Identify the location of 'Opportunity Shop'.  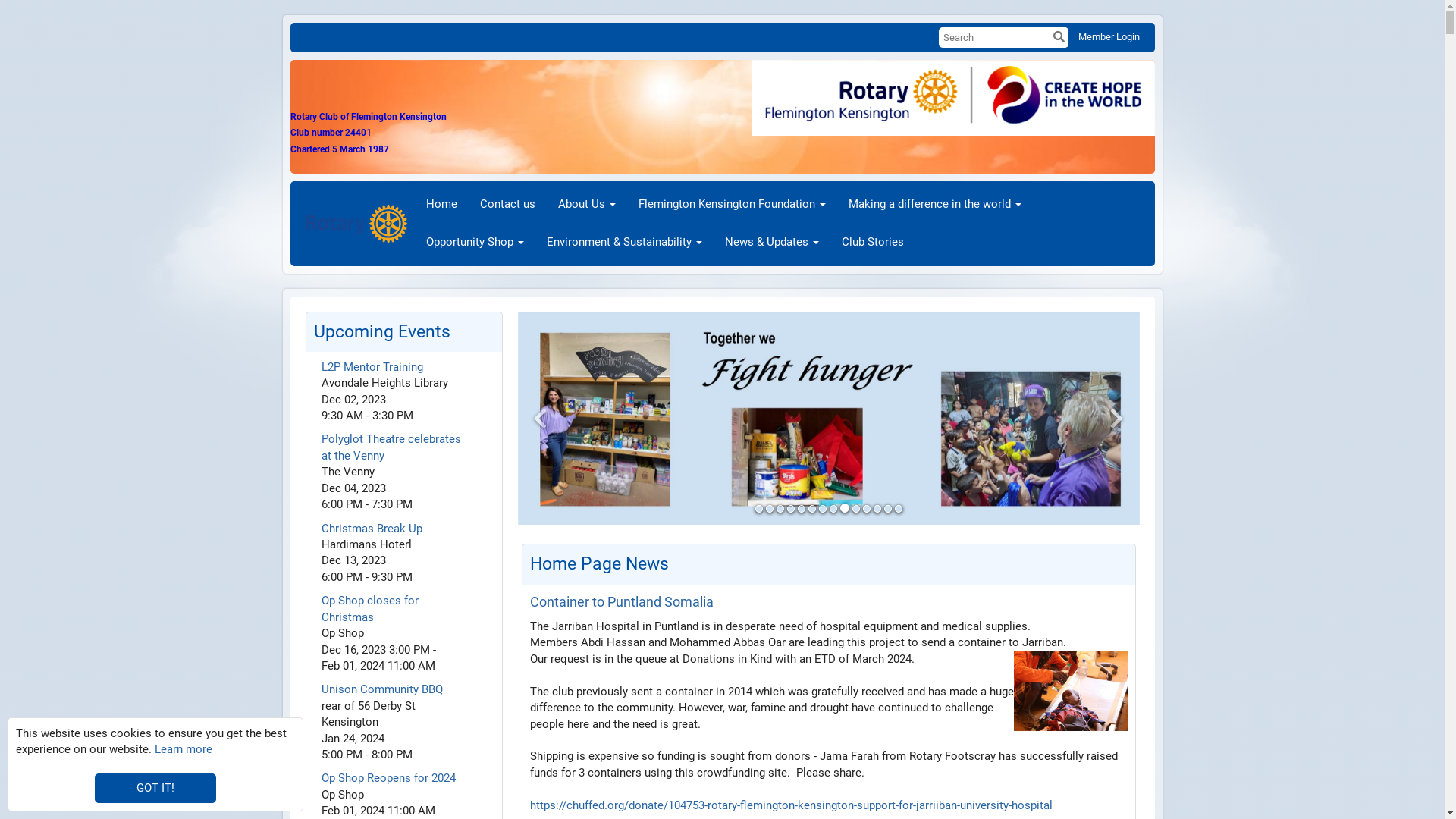
(474, 242).